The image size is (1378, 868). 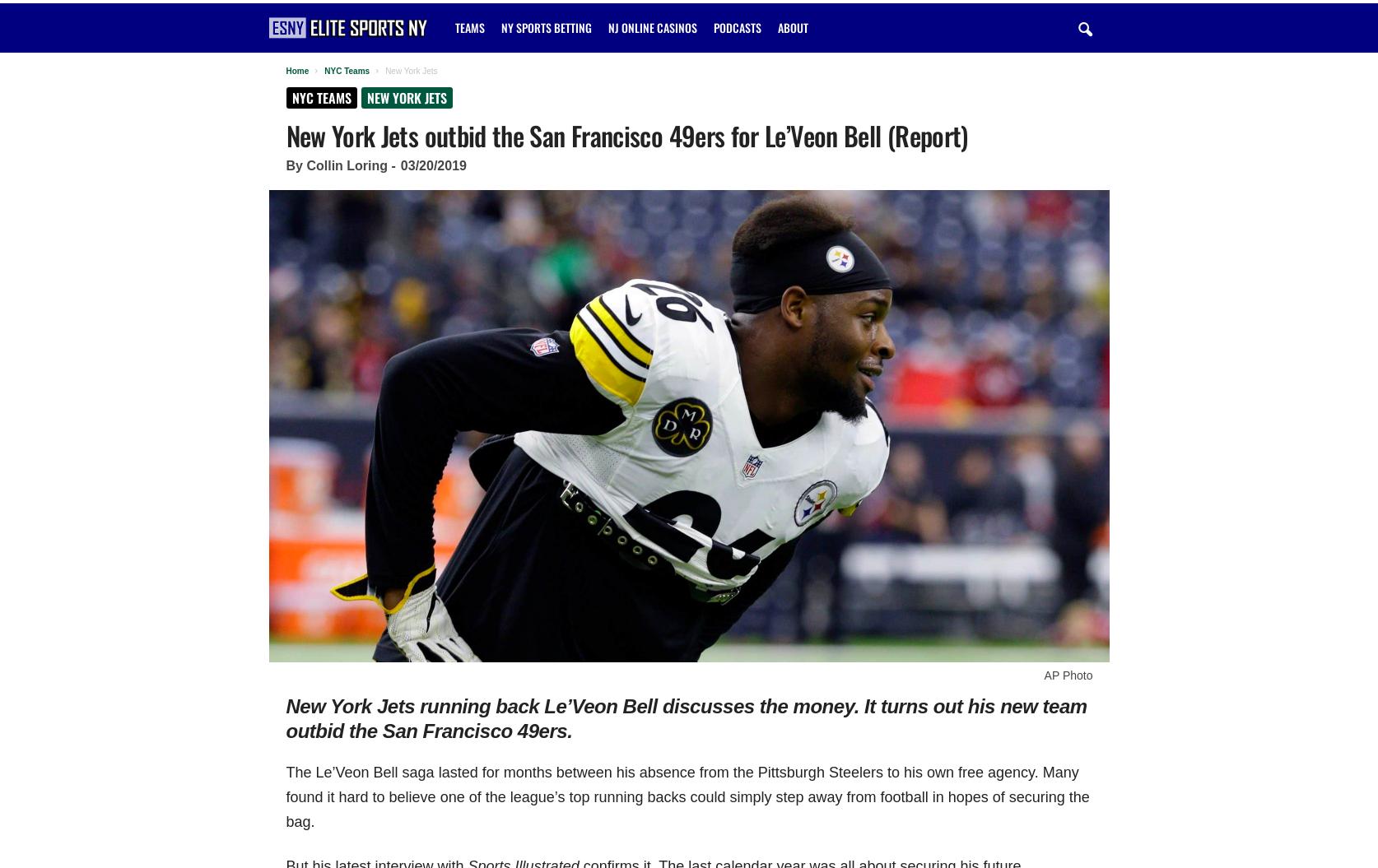 I want to click on 'AP Photo', so click(x=1067, y=674).